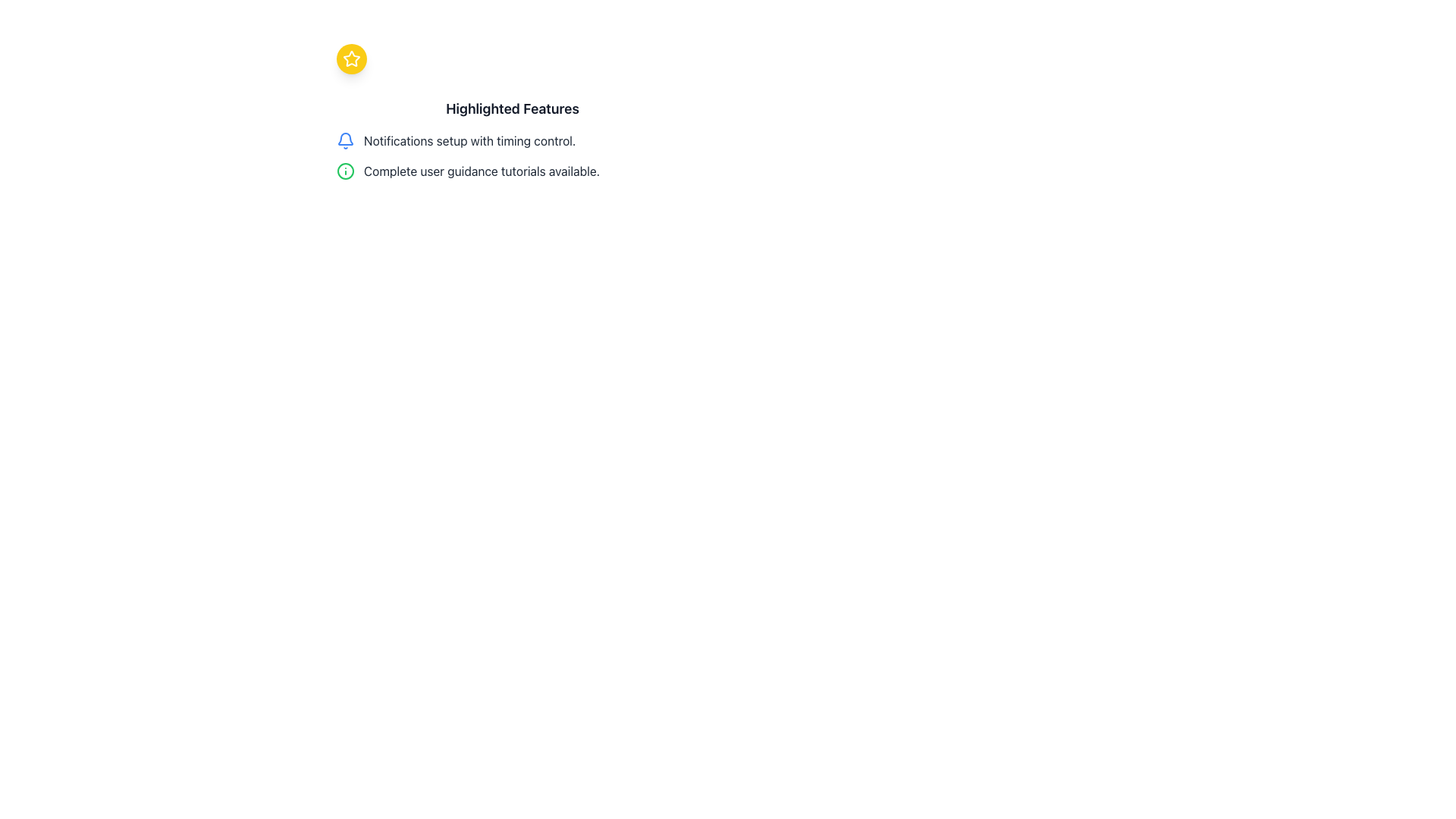 This screenshot has width=1456, height=819. I want to click on the notification bell icon, which is a blue outlined bell with a loop at the top and a clapper below, located at the start of the notifications setup text, so click(345, 140).